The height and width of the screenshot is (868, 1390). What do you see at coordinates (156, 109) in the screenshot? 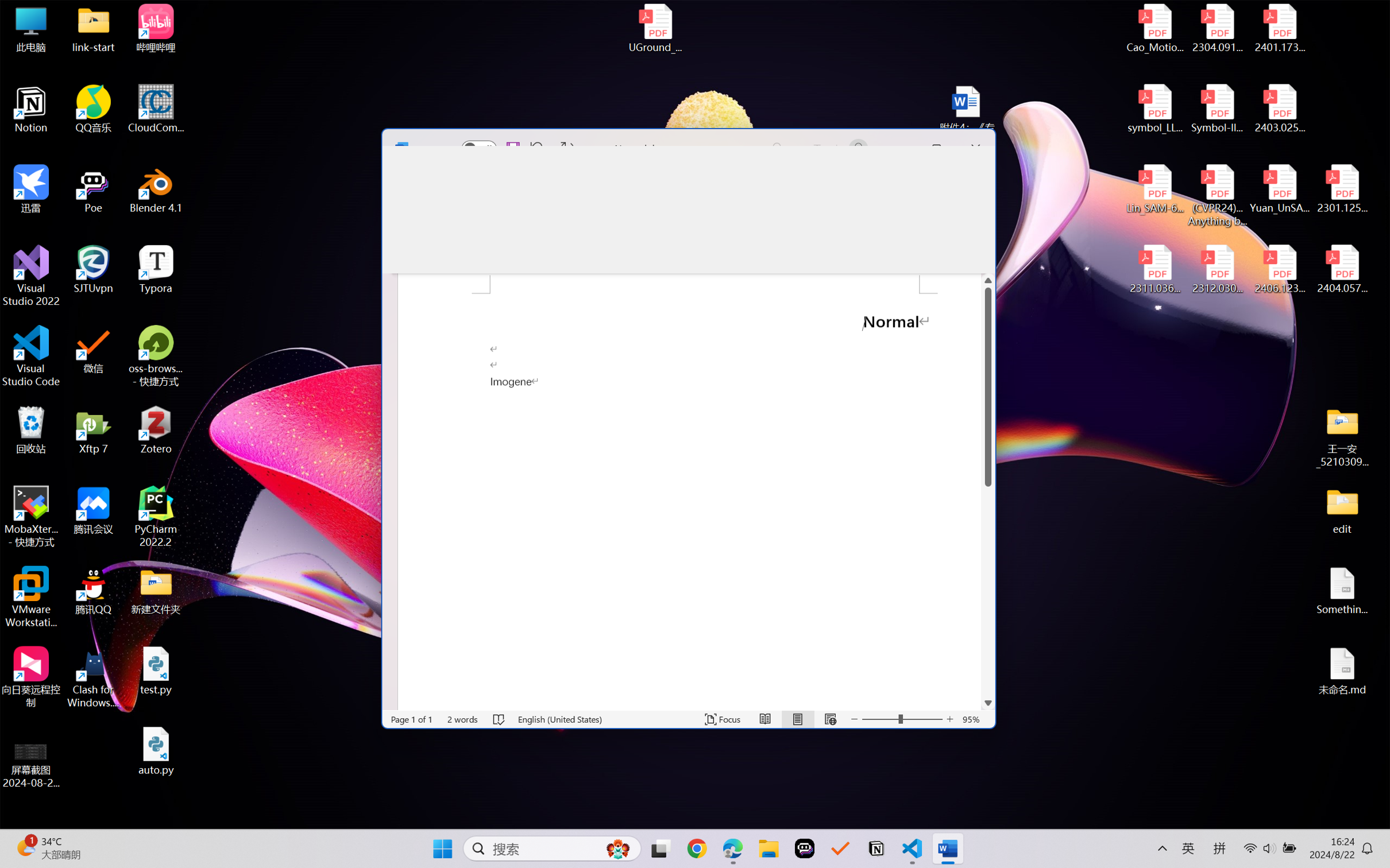
I see `'CloudCompare'` at bounding box center [156, 109].